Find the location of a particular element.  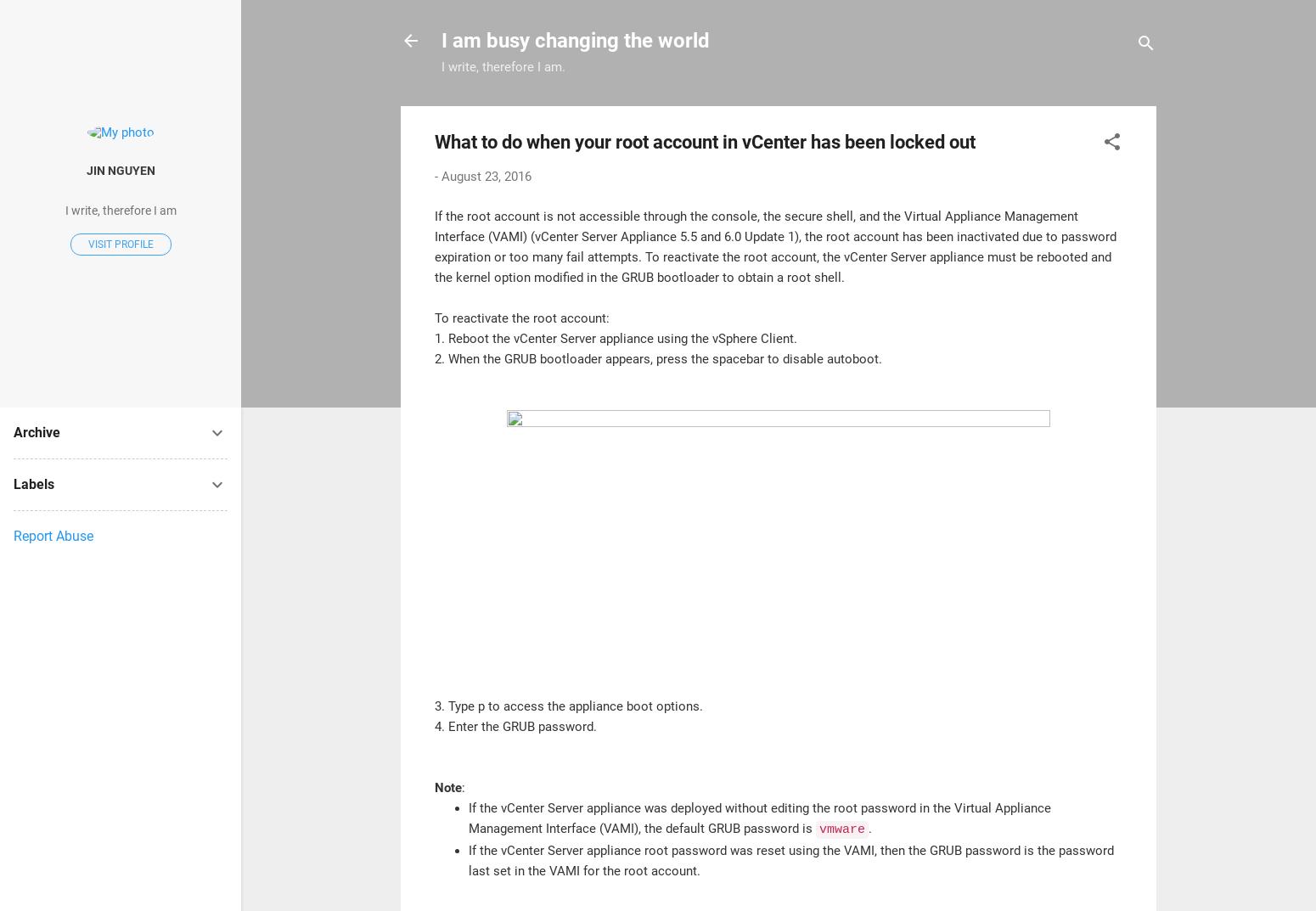

'p' is located at coordinates (481, 706).